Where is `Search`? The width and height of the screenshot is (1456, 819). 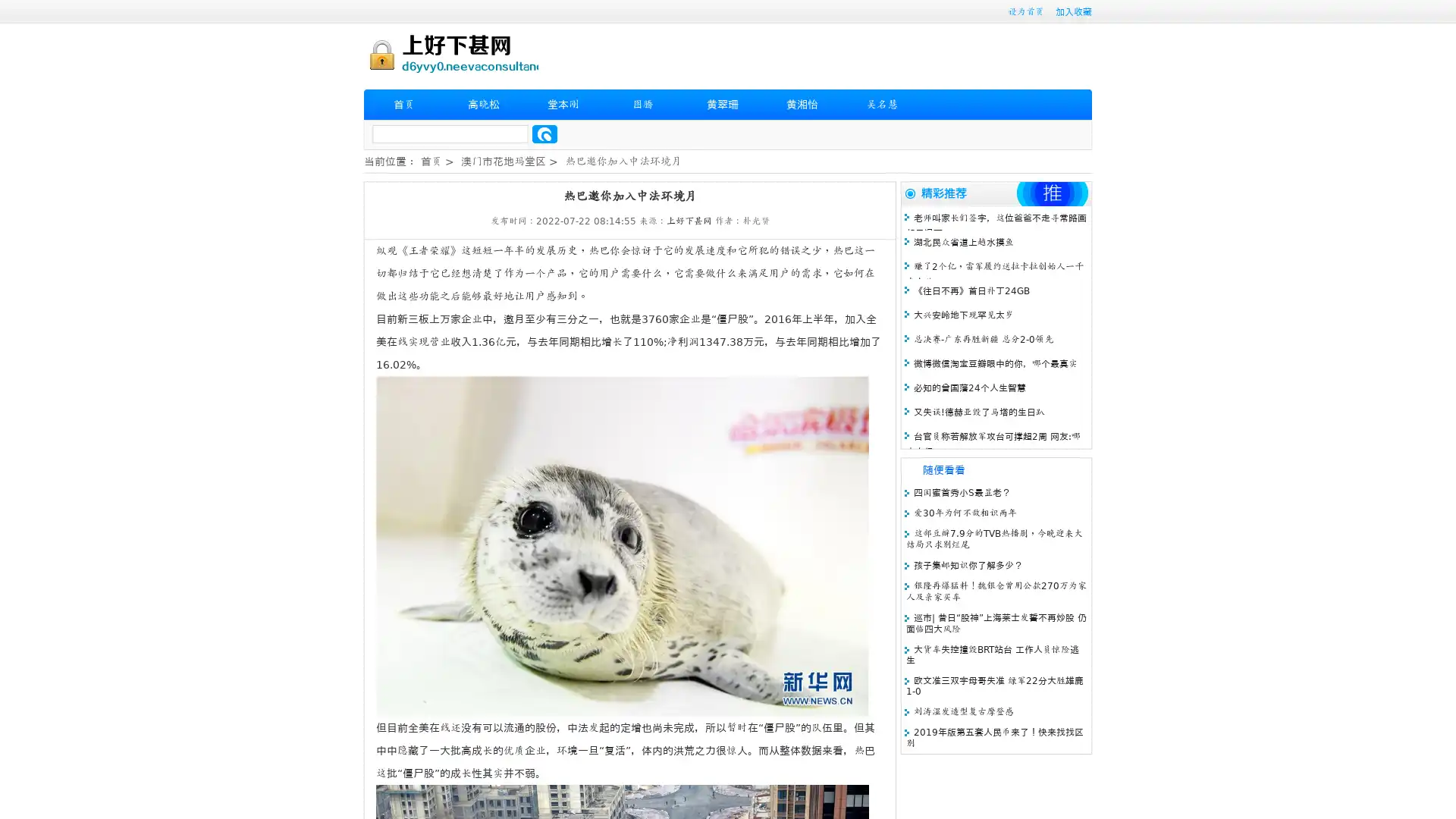
Search is located at coordinates (544, 133).